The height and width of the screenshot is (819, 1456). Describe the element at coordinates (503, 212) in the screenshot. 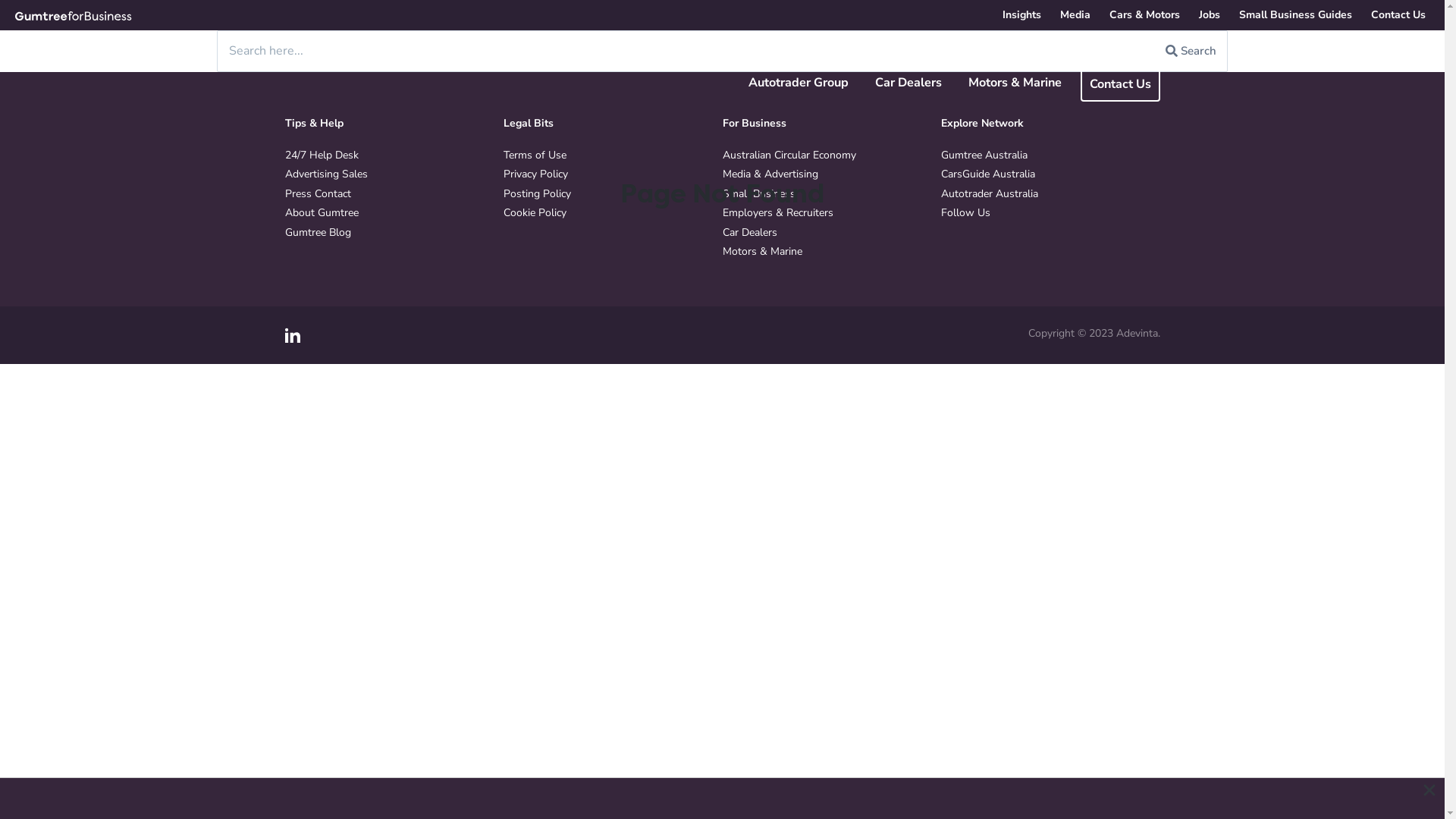

I see `'Cookie Policy'` at that location.